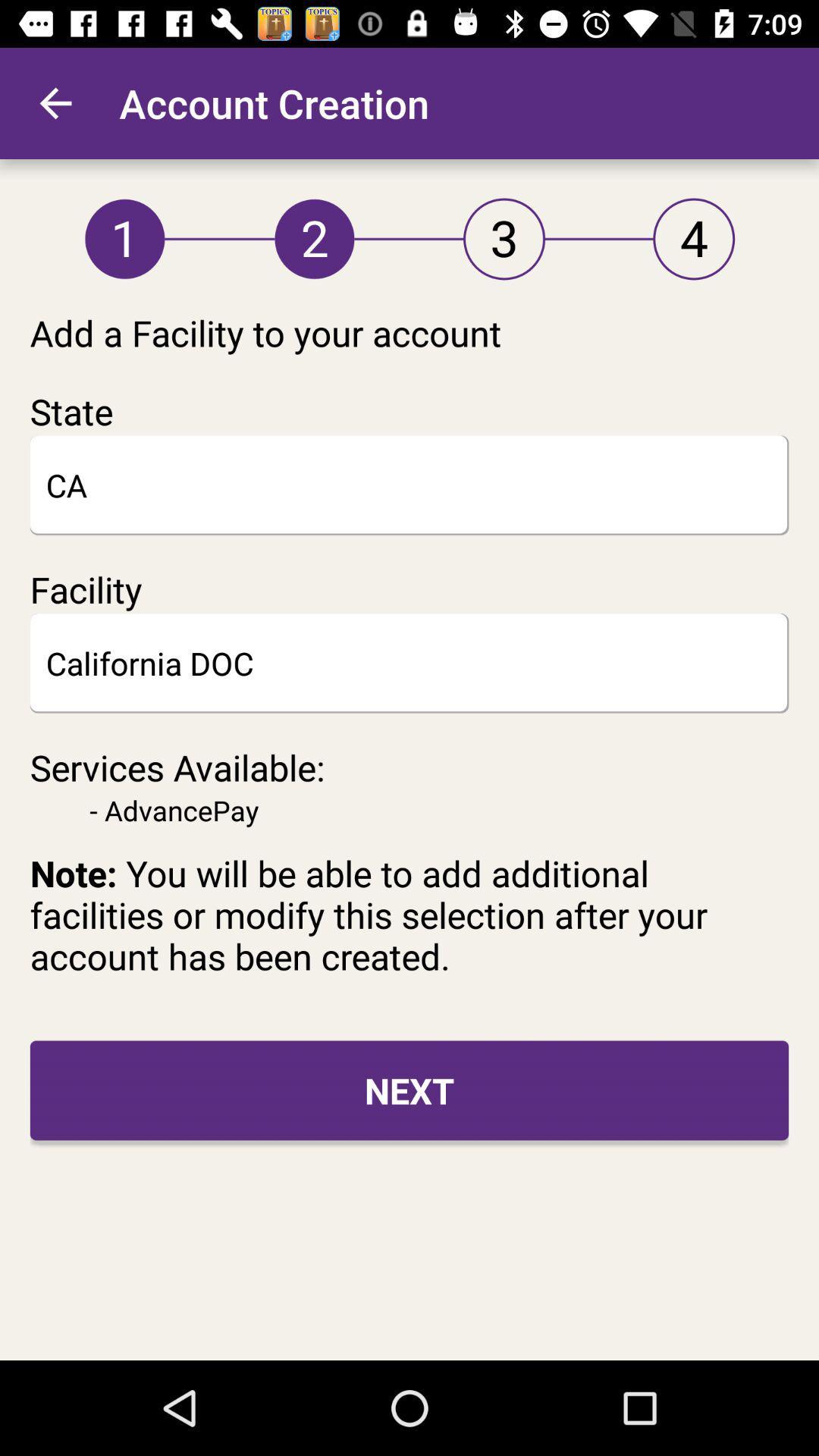 This screenshot has height=1456, width=819. Describe the element at coordinates (409, 1090) in the screenshot. I see `next` at that location.